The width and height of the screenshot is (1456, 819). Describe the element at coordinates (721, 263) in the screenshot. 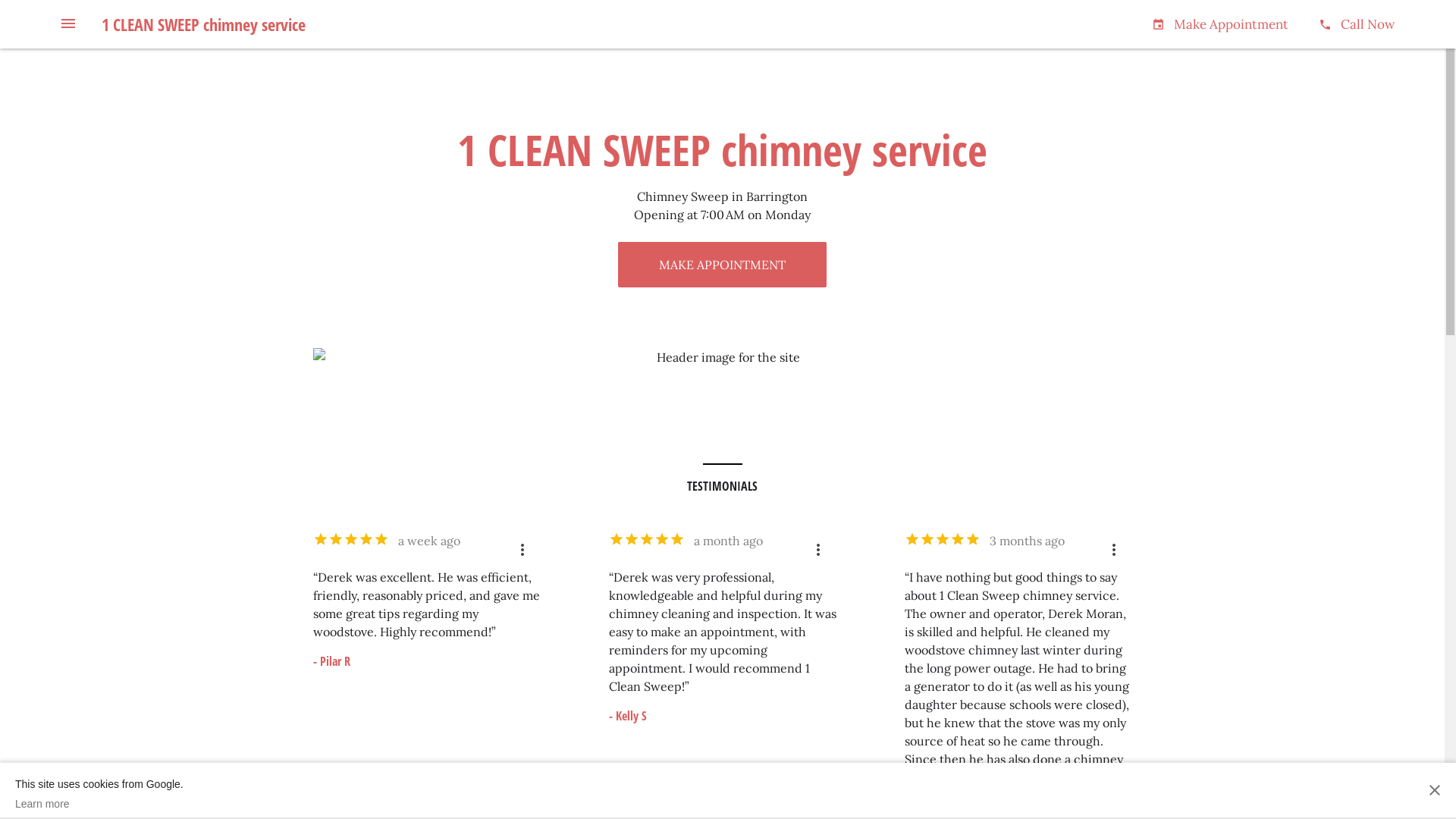

I see `'MAKE APPOINTMENT'` at that location.